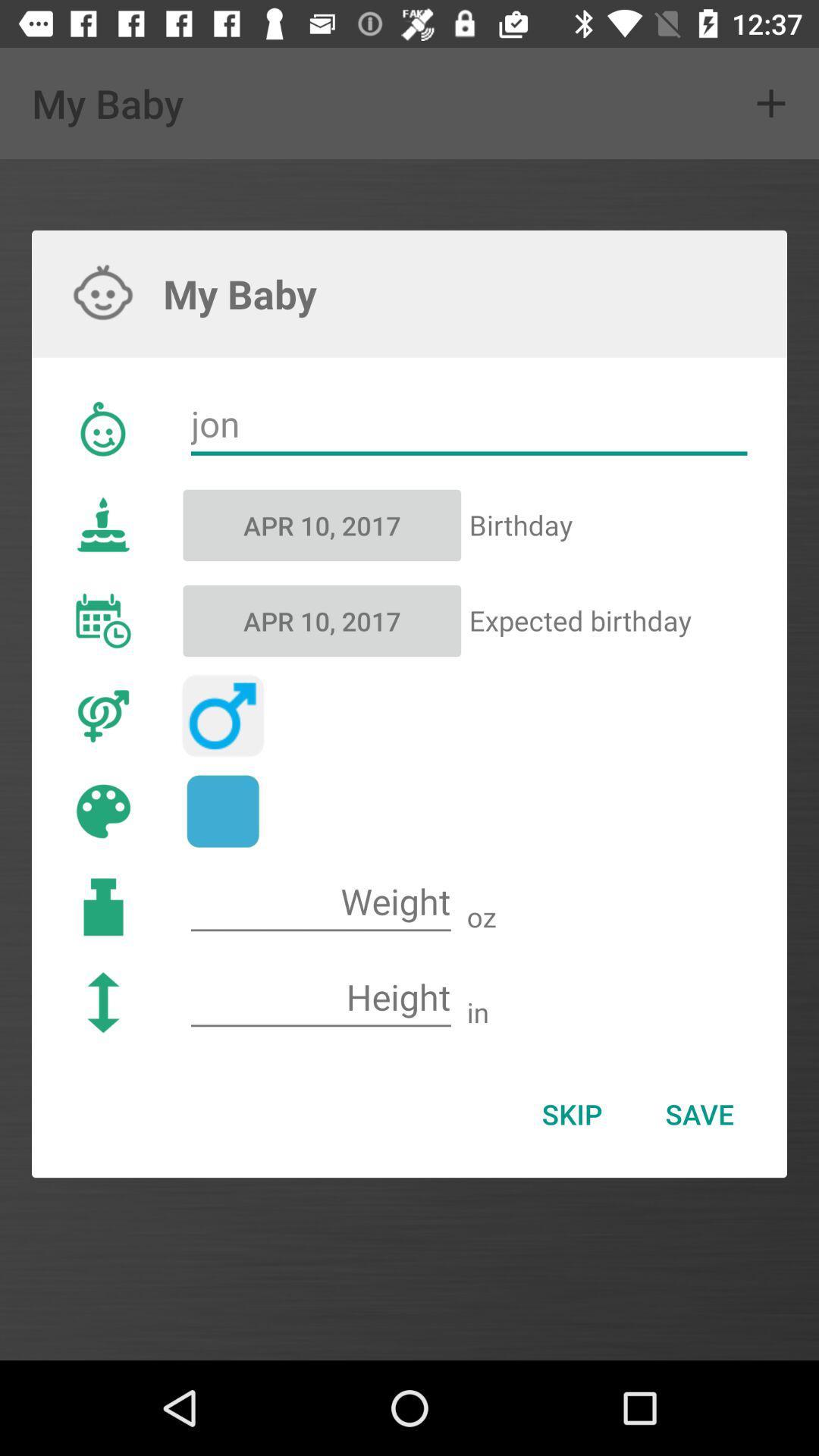 The image size is (819, 1456). What do you see at coordinates (699, 1114) in the screenshot?
I see `icon below the in icon` at bounding box center [699, 1114].